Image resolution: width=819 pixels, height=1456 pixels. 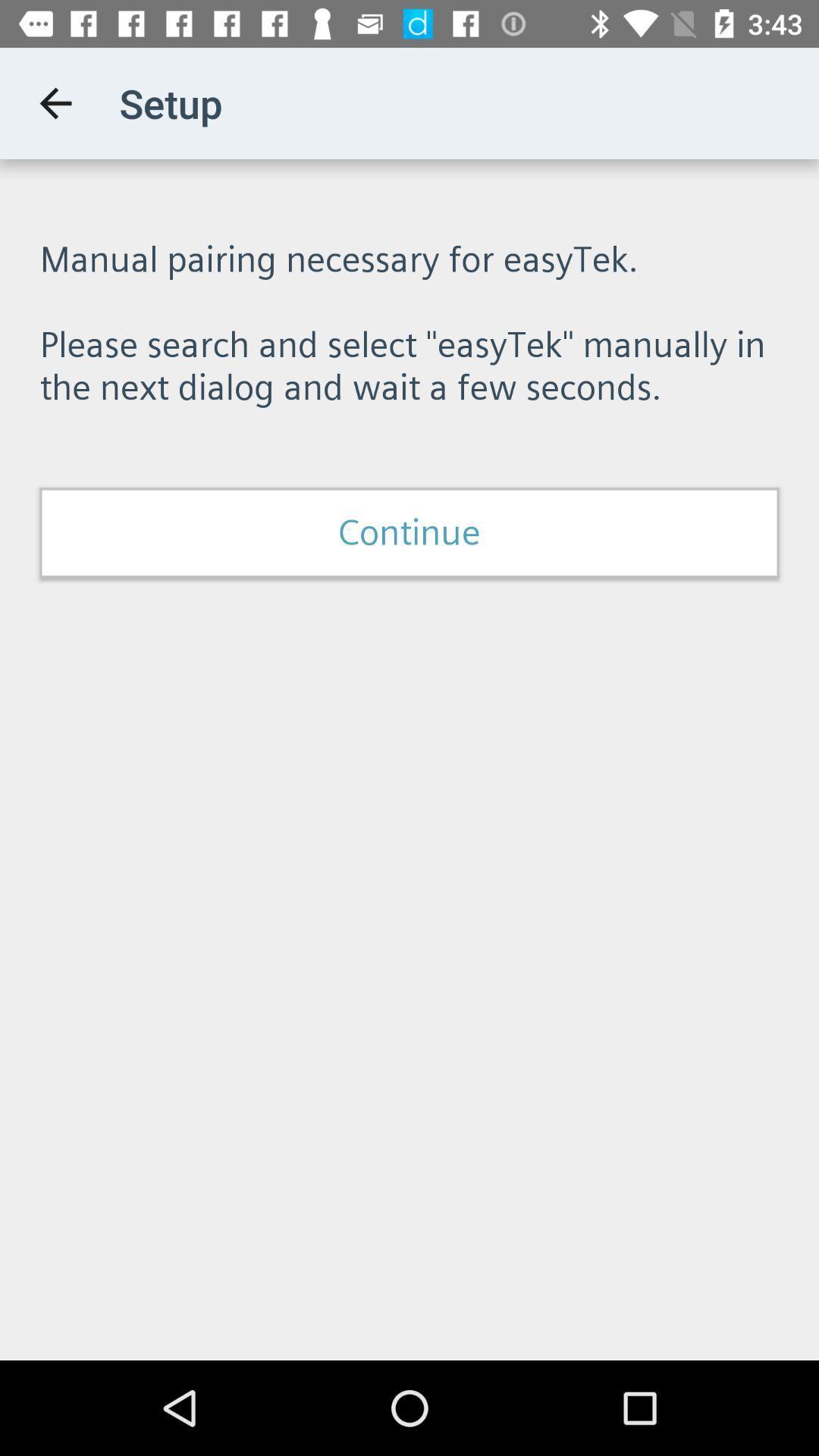 I want to click on app next to the setup, so click(x=55, y=102).